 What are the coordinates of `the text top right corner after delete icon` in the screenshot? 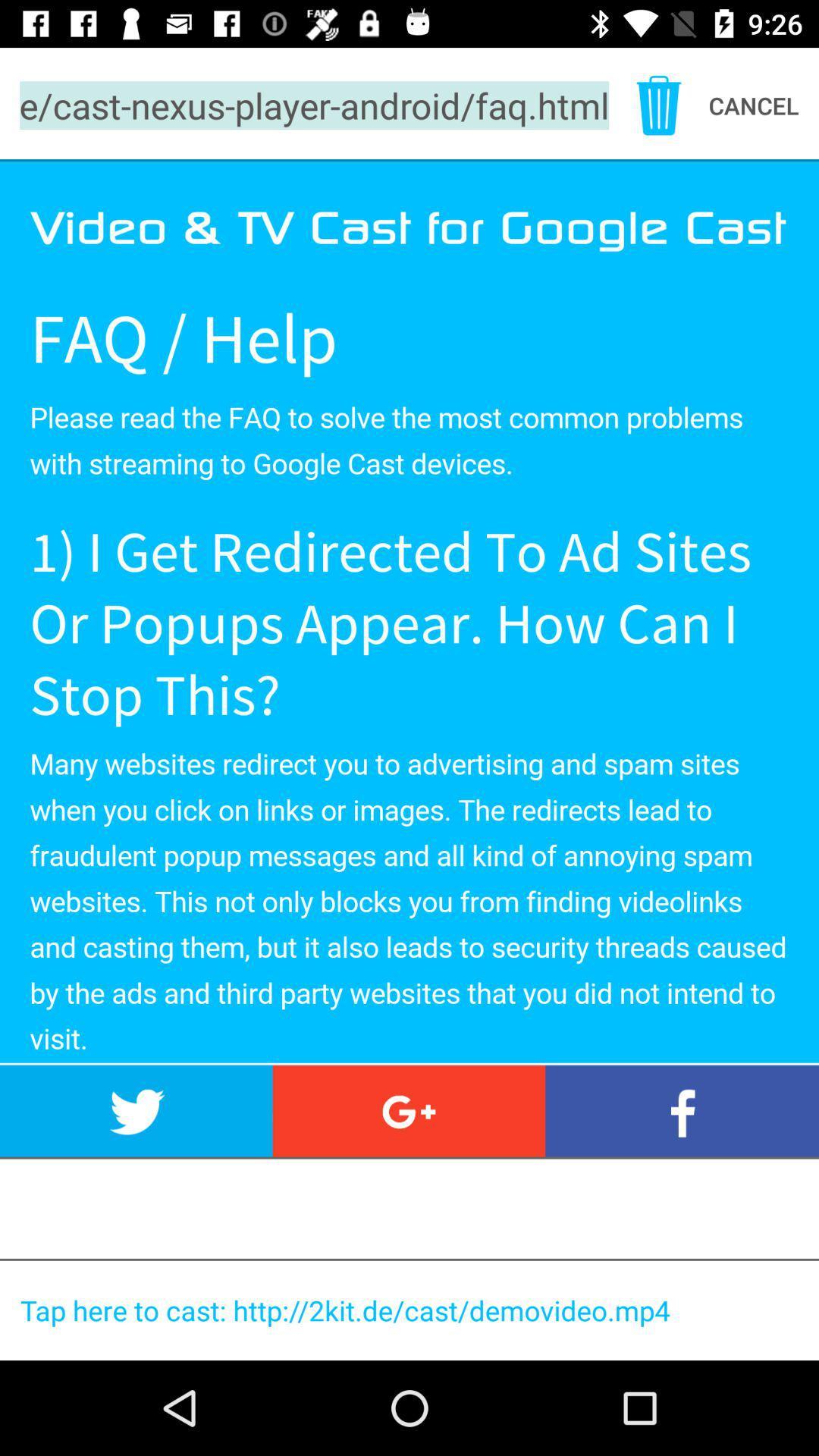 It's located at (764, 105).